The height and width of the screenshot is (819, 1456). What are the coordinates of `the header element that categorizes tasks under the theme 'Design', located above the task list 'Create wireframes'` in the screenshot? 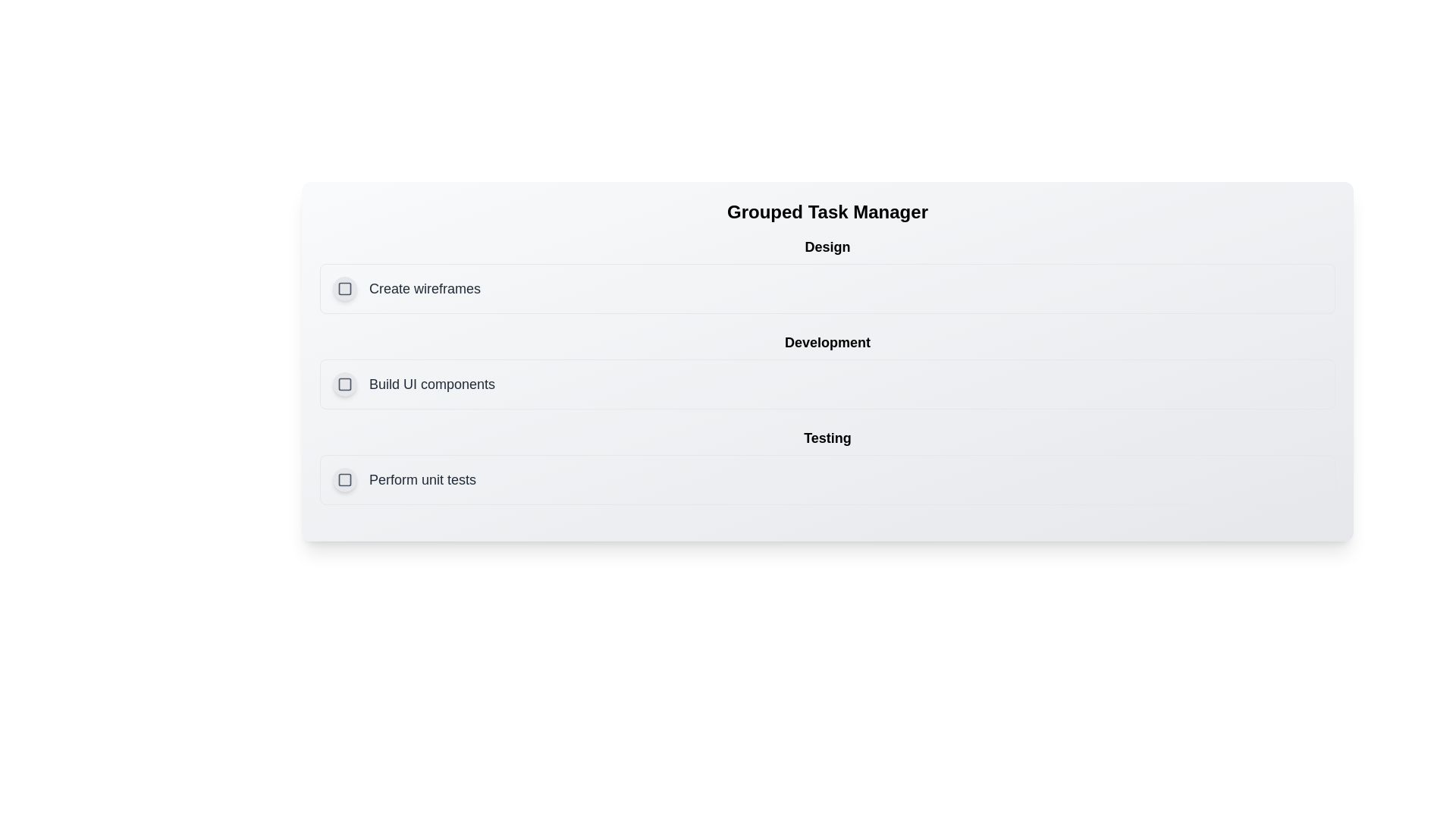 It's located at (827, 246).